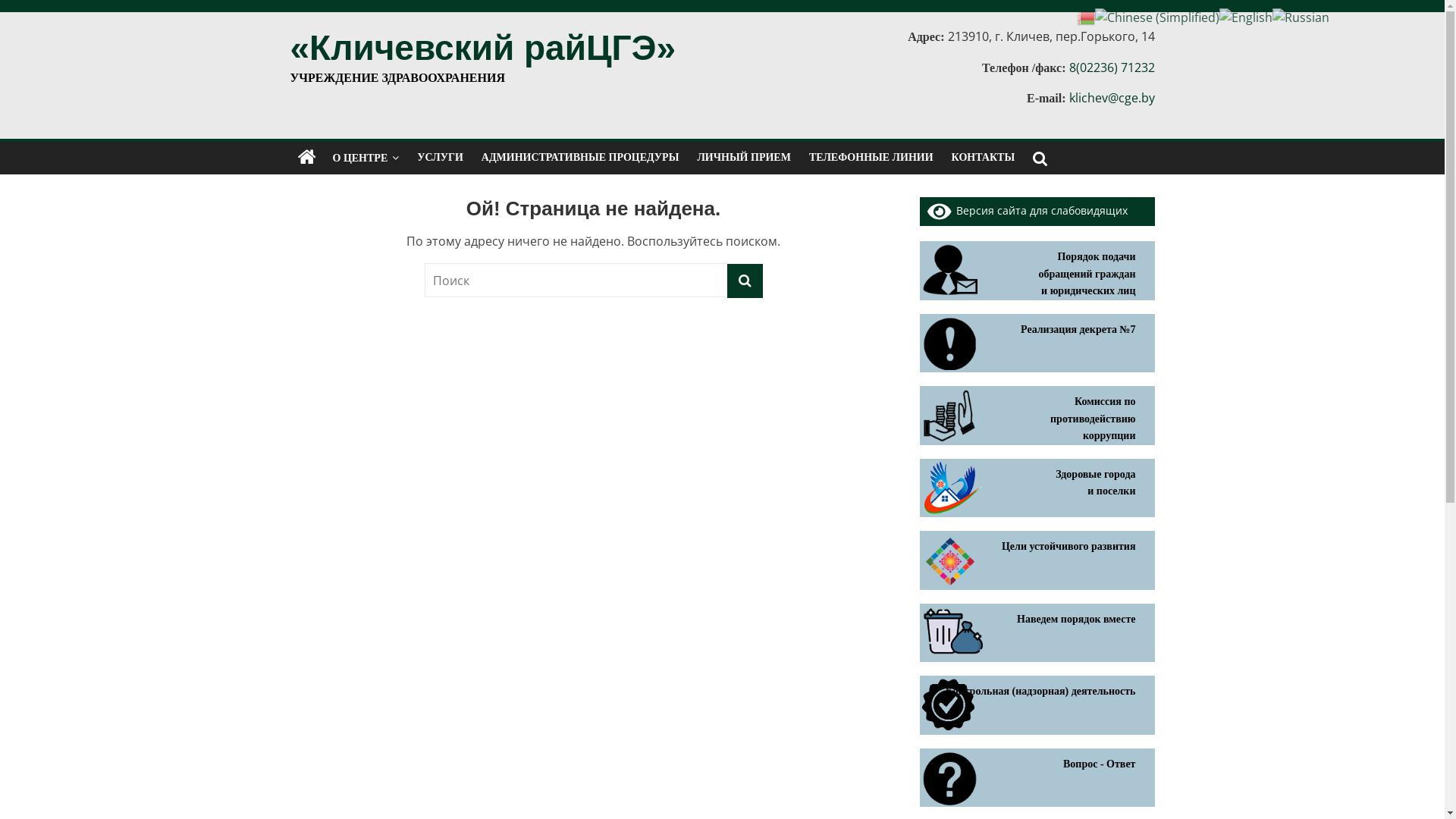 This screenshot has width=1456, height=819. What do you see at coordinates (1068, 97) in the screenshot?
I see `'klichev@cge.by'` at bounding box center [1068, 97].